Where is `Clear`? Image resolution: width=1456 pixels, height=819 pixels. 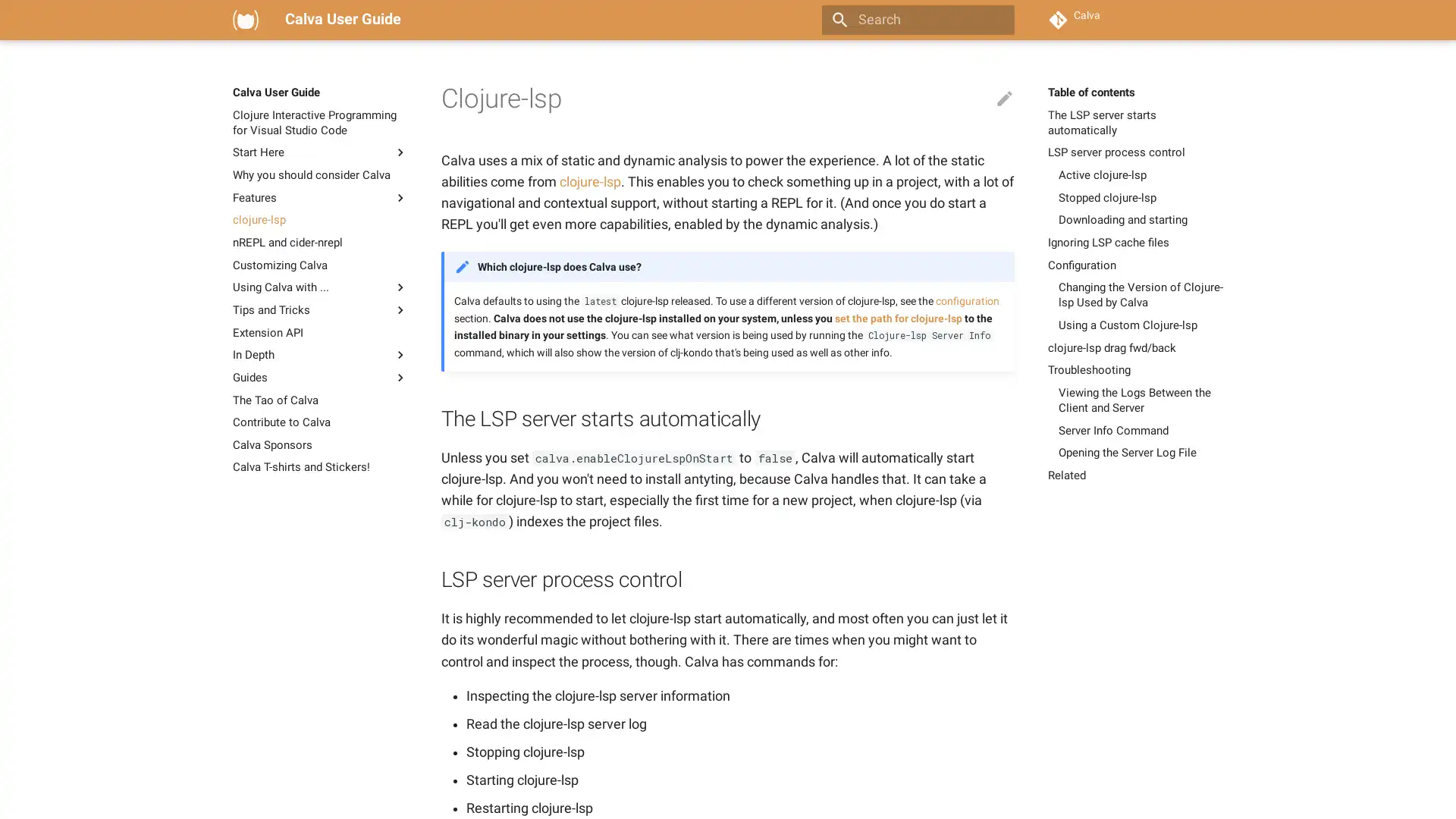 Clear is located at coordinates (996, 20).